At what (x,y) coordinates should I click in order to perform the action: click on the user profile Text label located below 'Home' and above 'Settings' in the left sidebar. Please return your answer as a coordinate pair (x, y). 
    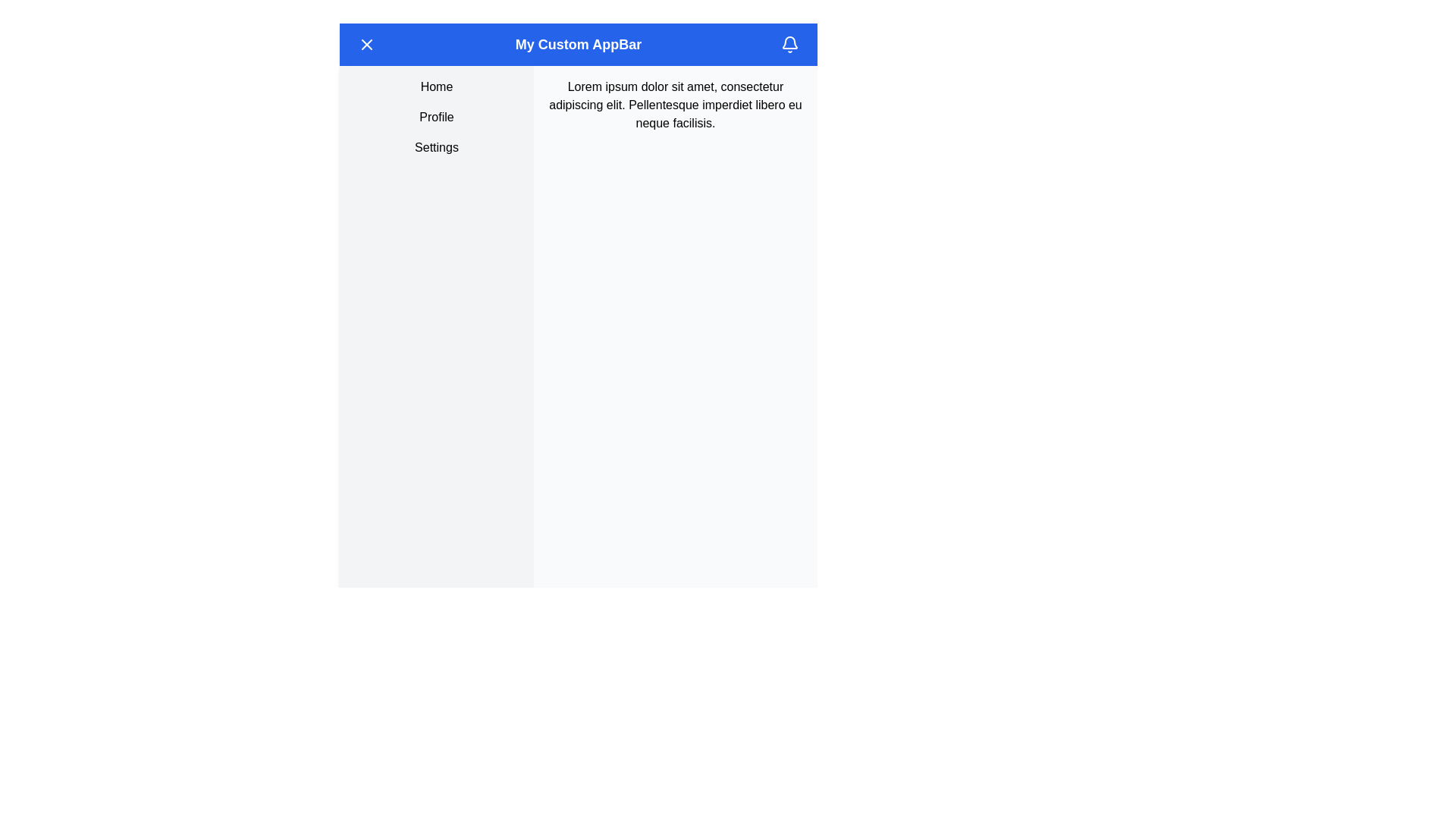
    Looking at the image, I should click on (436, 116).